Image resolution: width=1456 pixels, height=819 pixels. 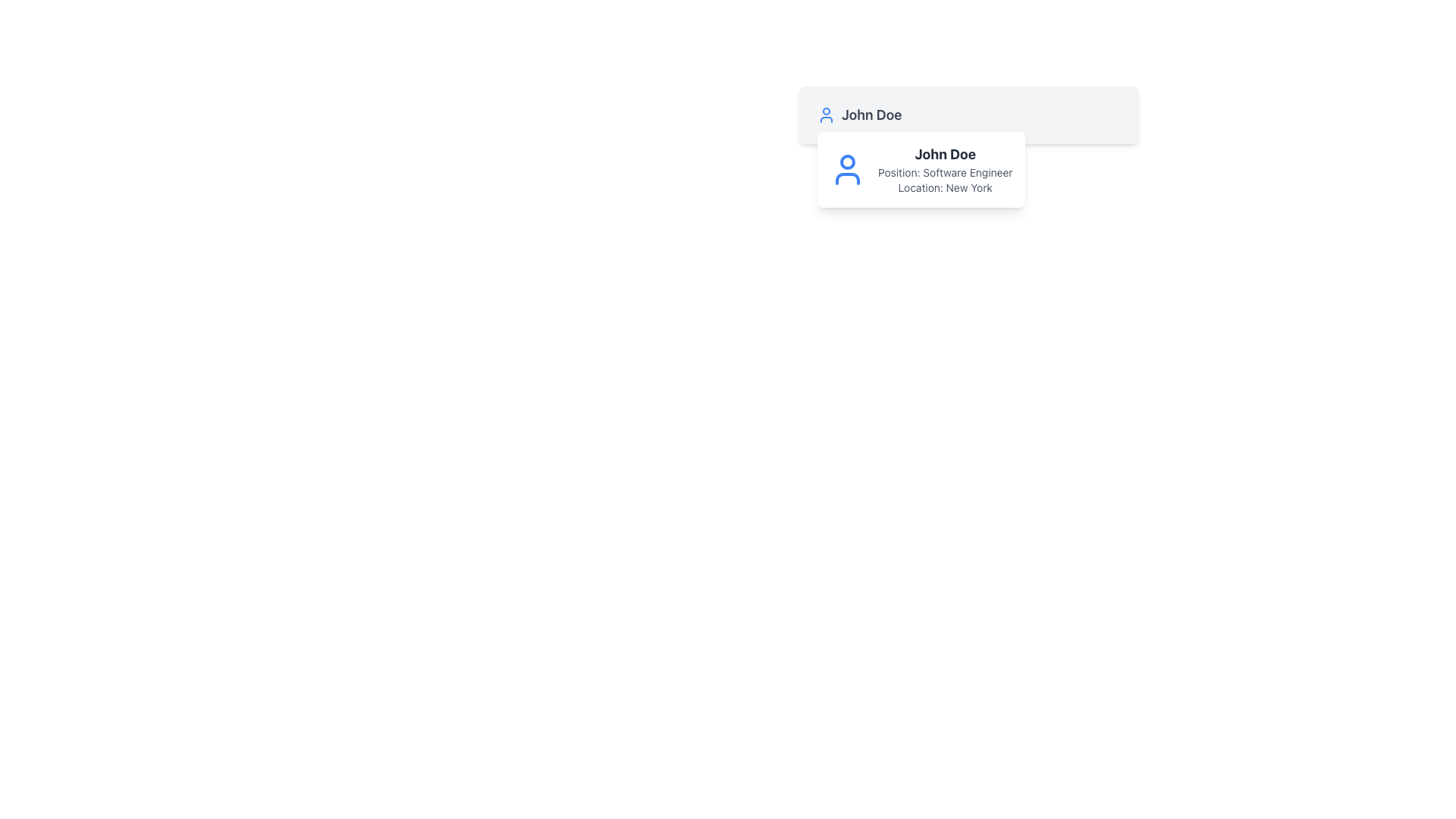 What do you see at coordinates (871, 114) in the screenshot?
I see `the text label displaying 'John Doe' in bold dark-gray font, which is part of a user profile interface, positioned to the right of a person icon` at bounding box center [871, 114].